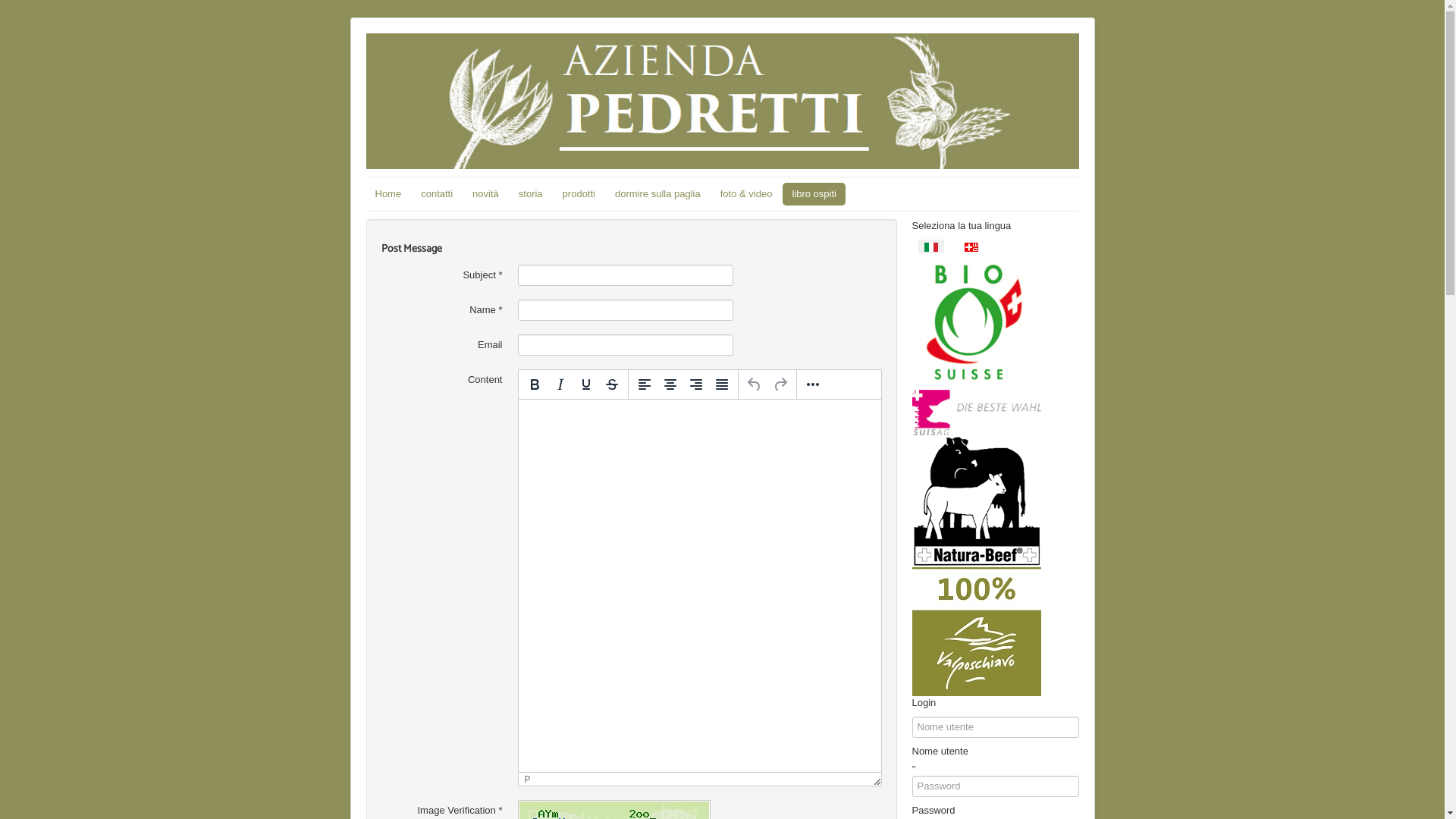 The height and width of the screenshot is (819, 1456). Describe the element at coordinates (780, 383) in the screenshot. I see `'Ripristina'` at that location.